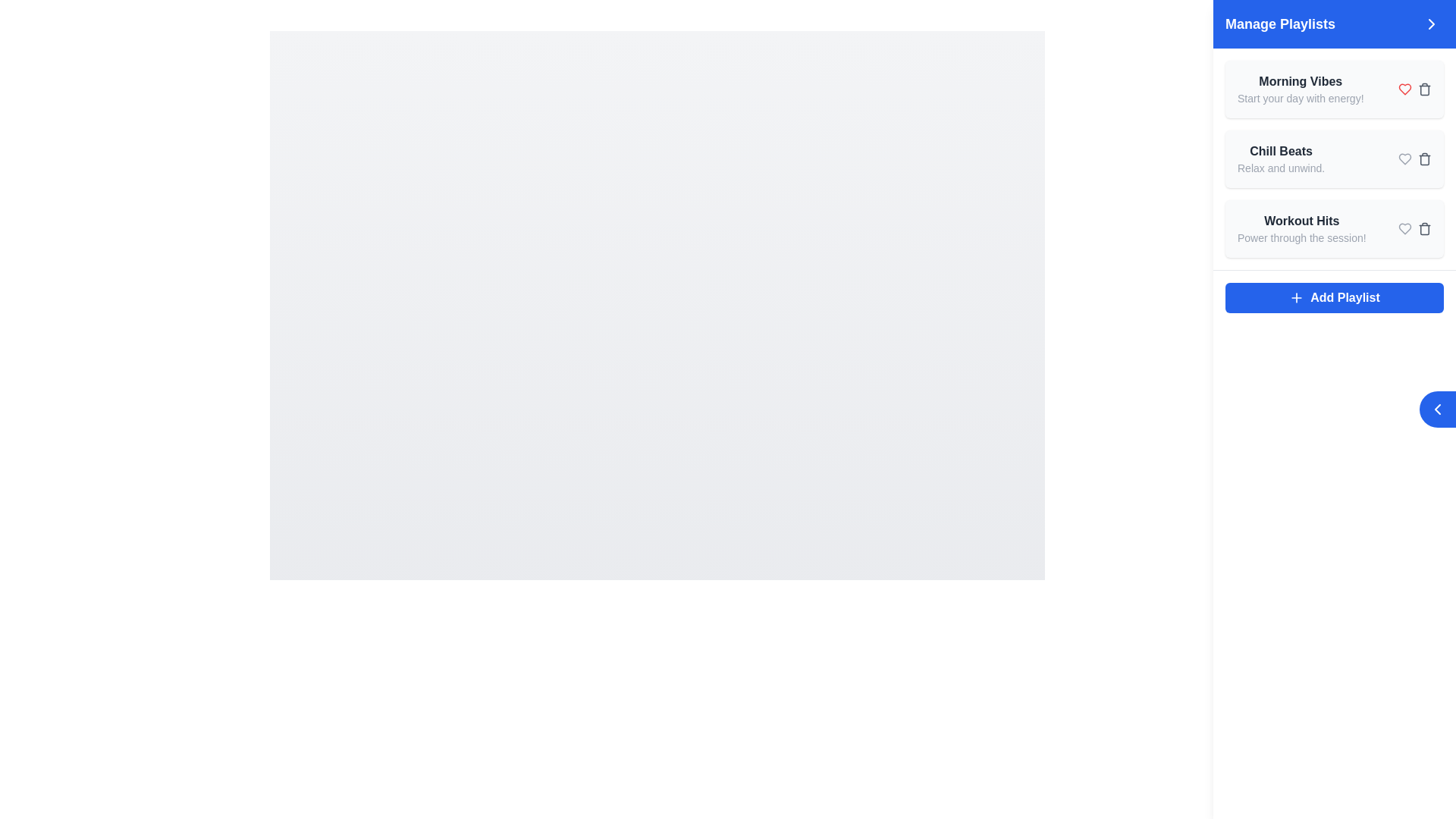 This screenshot has width=1456, height=819. What do you see at coordinates (1279, 24) in the screenshot?
I see `the bolded text label that reads 'Manage Playlists', prominently displayed at the top of the sidebar panel with a blue background` at bounding box center [1279, 24].